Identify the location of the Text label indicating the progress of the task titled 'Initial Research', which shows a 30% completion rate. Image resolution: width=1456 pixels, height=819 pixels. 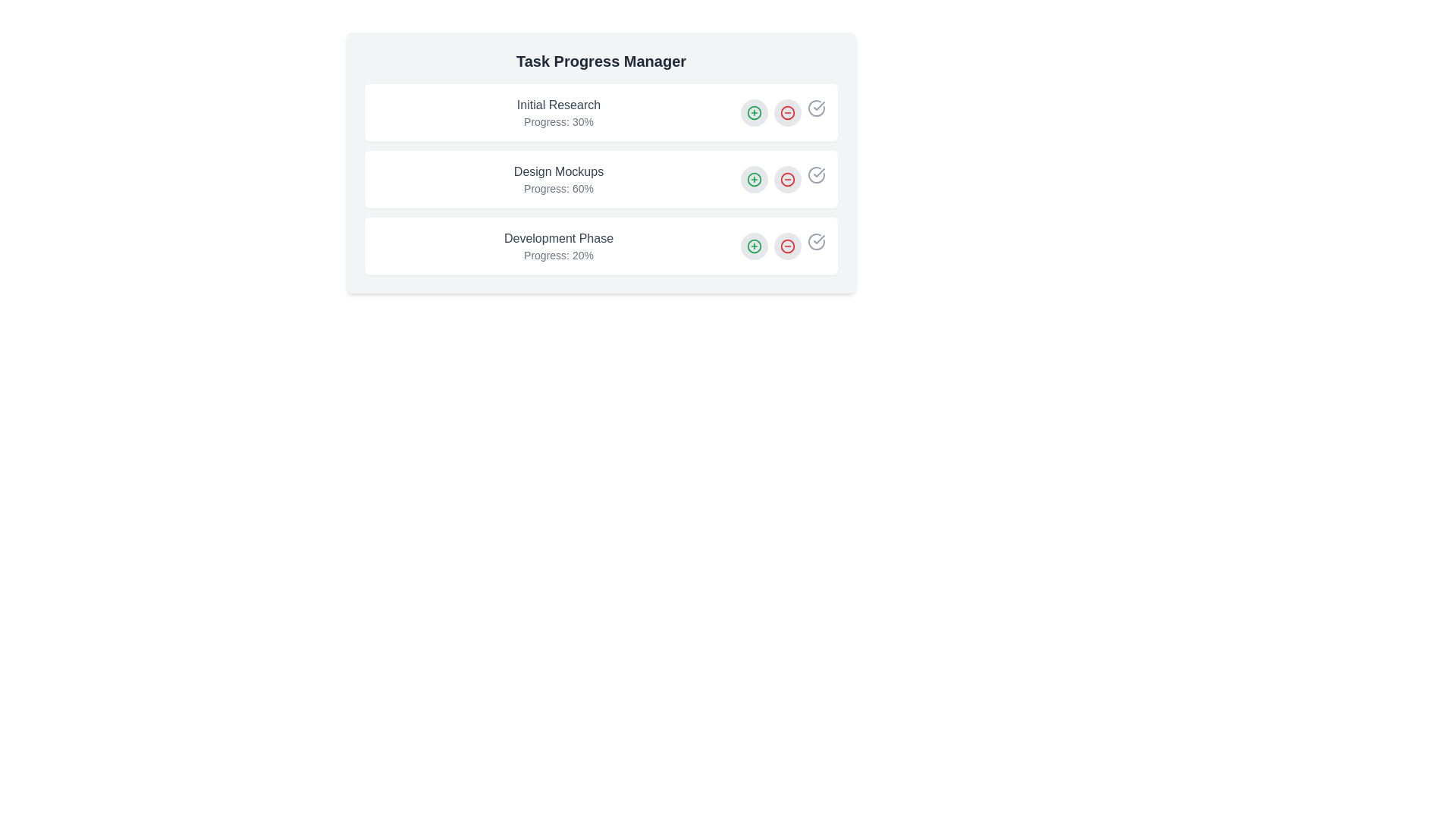
(558, 121).